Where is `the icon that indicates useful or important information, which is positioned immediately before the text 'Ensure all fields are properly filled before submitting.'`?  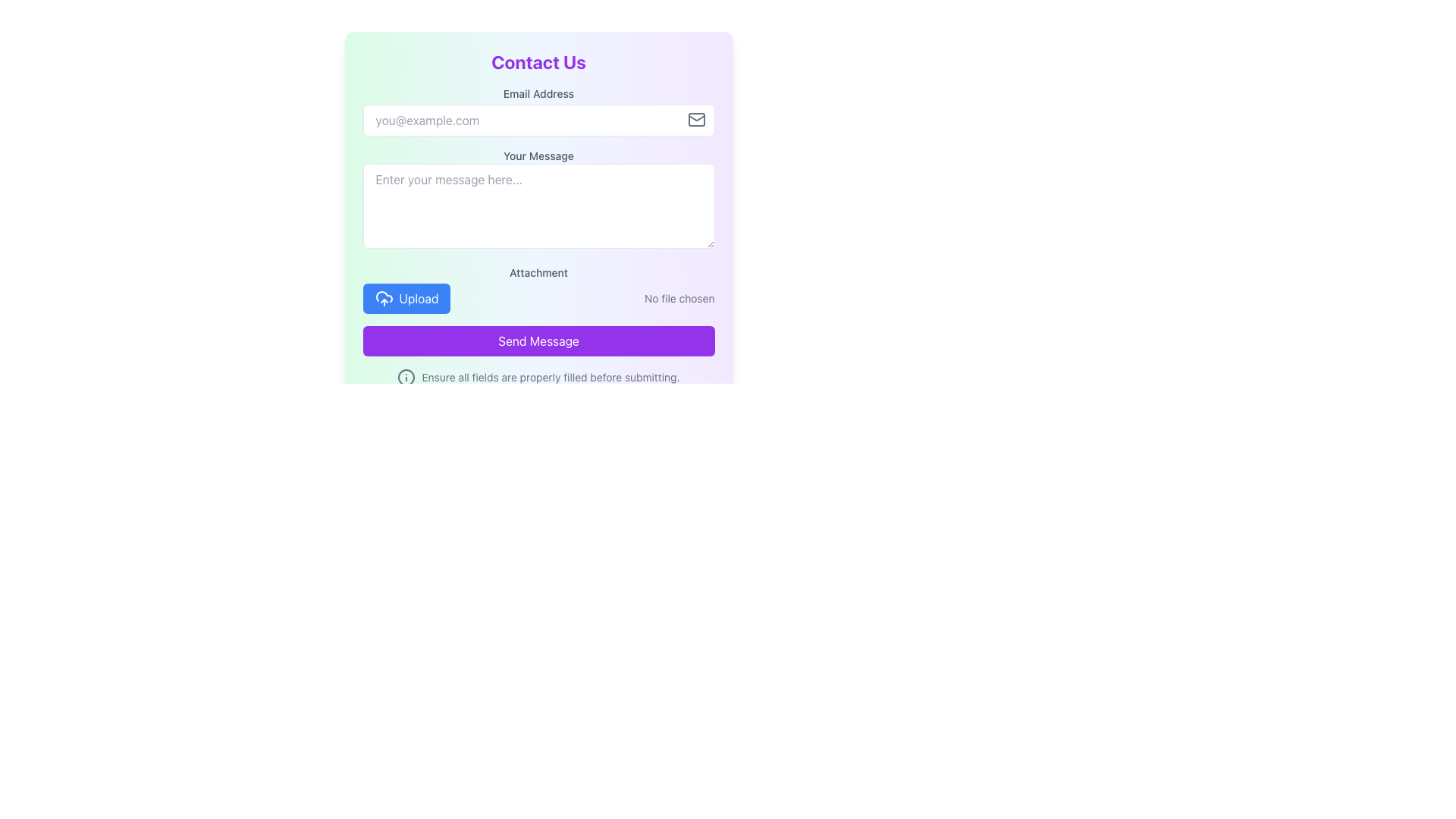
the icon that indicates useful or important information, which is positioned immediately before the text 'Ensure all fields are properly filled before submitting.' is located at coordinates (406, 376).